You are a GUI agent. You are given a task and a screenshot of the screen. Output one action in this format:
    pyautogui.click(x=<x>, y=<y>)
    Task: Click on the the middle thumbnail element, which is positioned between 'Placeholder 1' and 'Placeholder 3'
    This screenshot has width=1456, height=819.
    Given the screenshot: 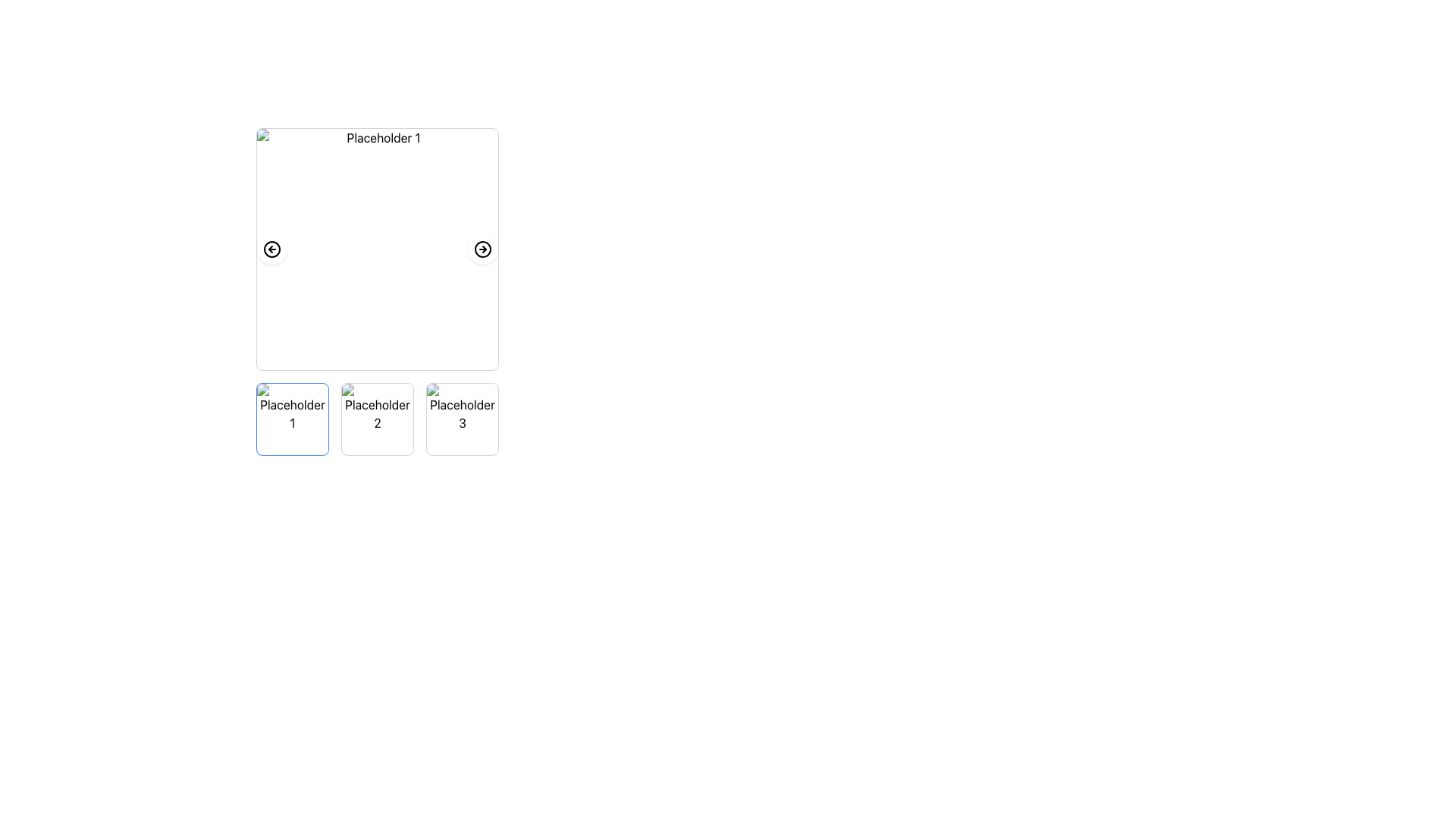 What is the action you would take?
    pyautogui.click(x=378, y=419)
    